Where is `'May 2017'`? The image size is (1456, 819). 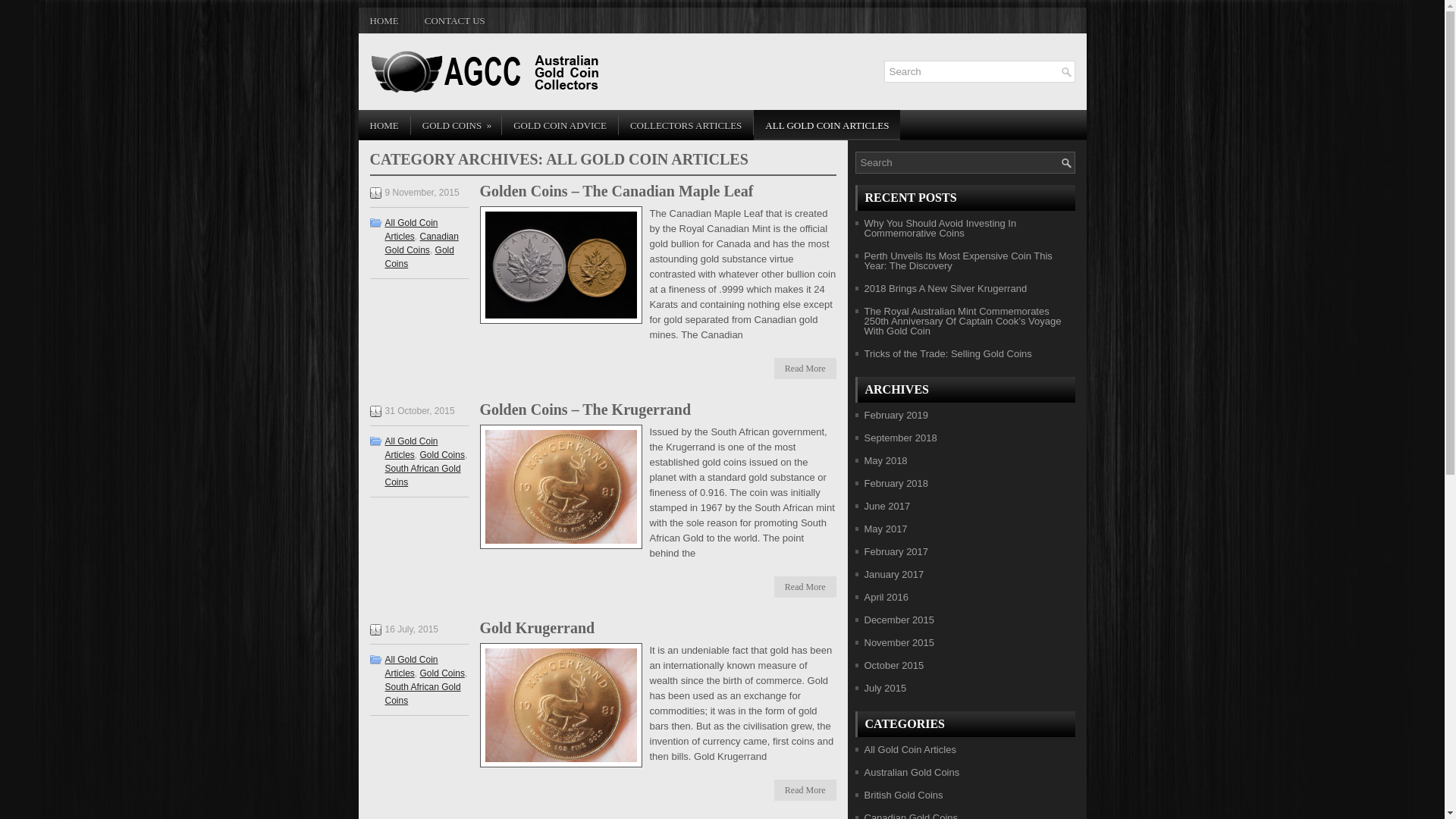
'May 2017' is located at coordinates (886, 528).